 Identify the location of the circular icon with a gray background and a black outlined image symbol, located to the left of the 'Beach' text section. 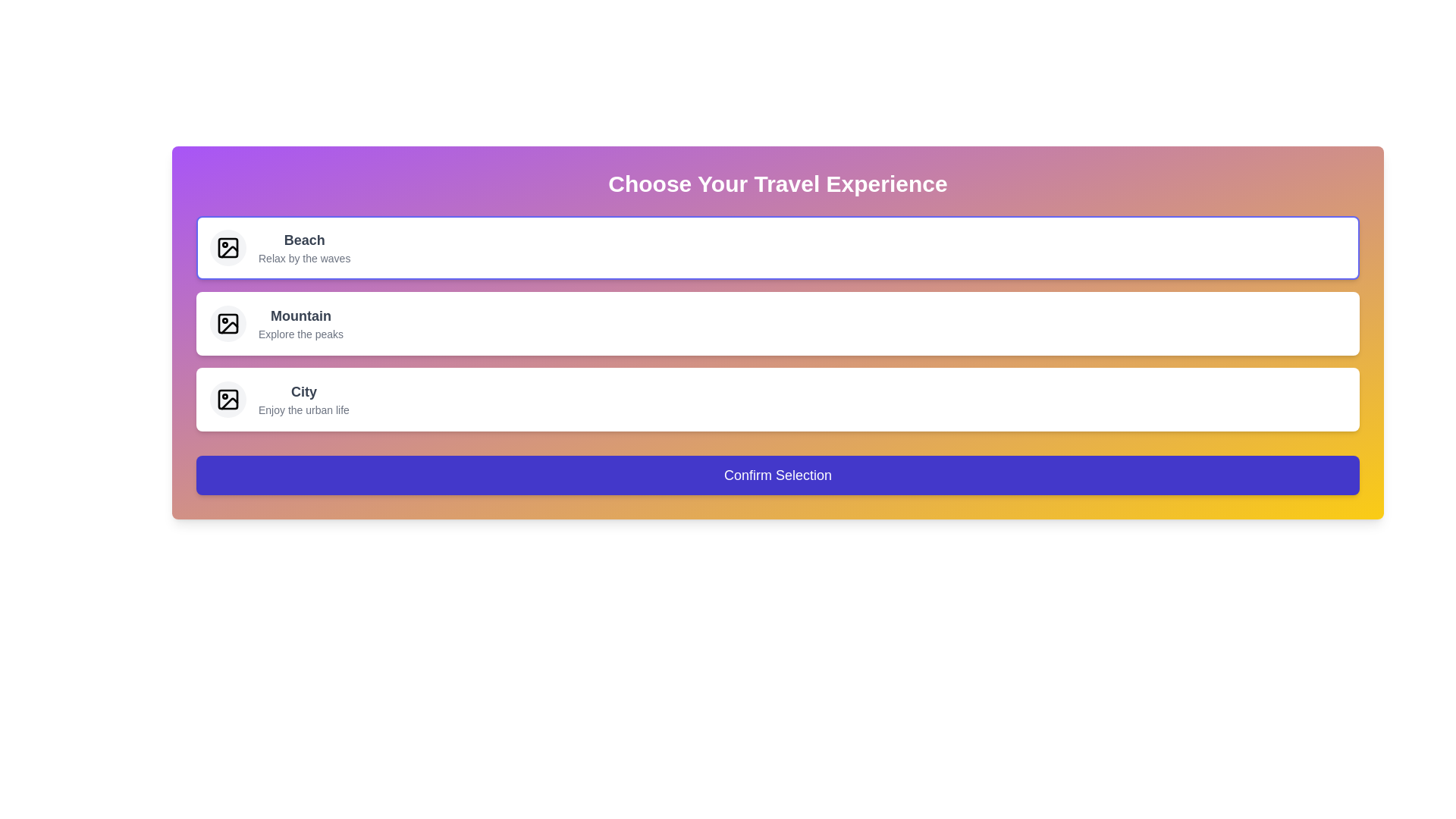
(227, 247).